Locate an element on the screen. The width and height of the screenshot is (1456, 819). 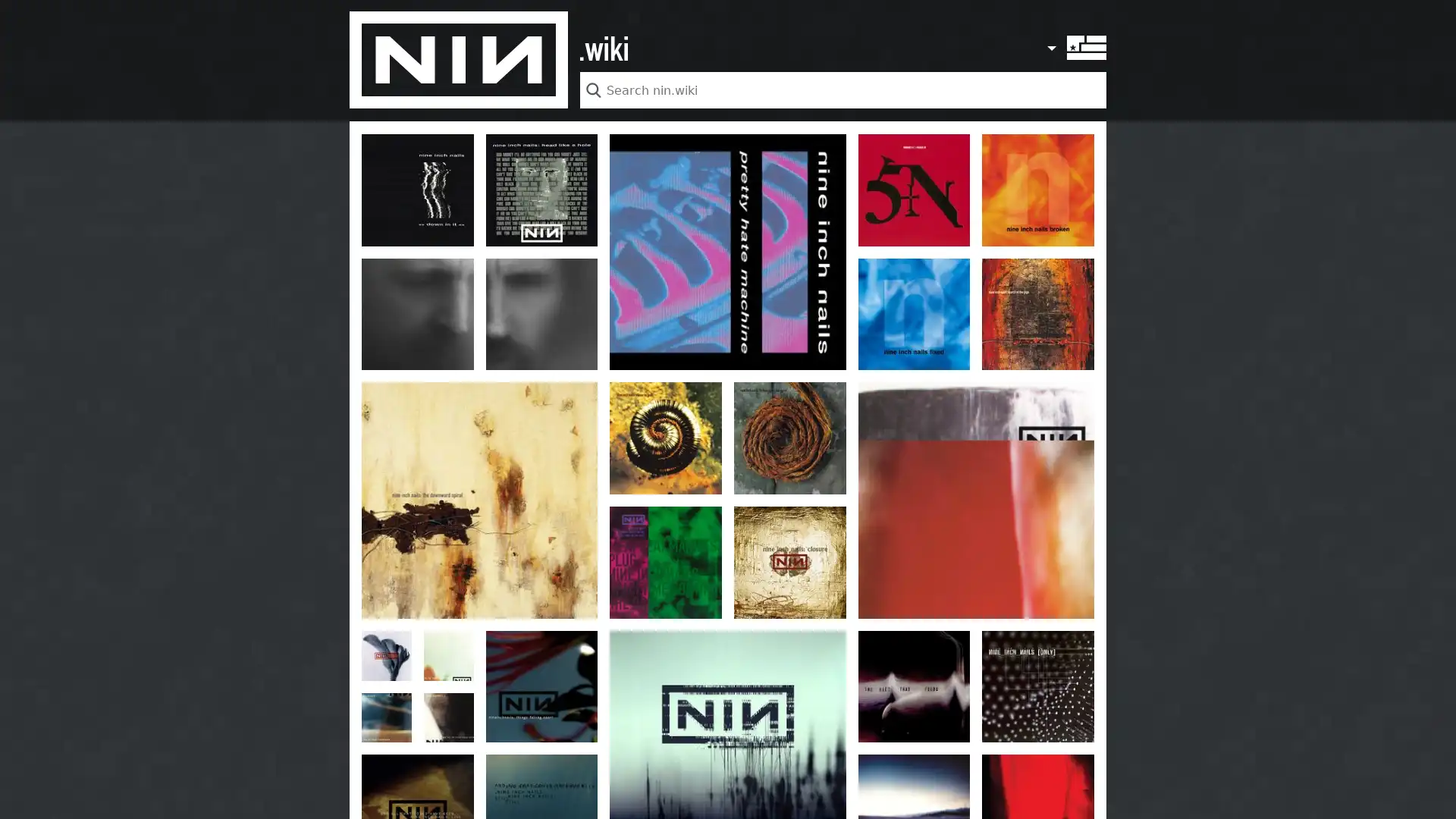
User menu is located at coordinates (1050, 39).